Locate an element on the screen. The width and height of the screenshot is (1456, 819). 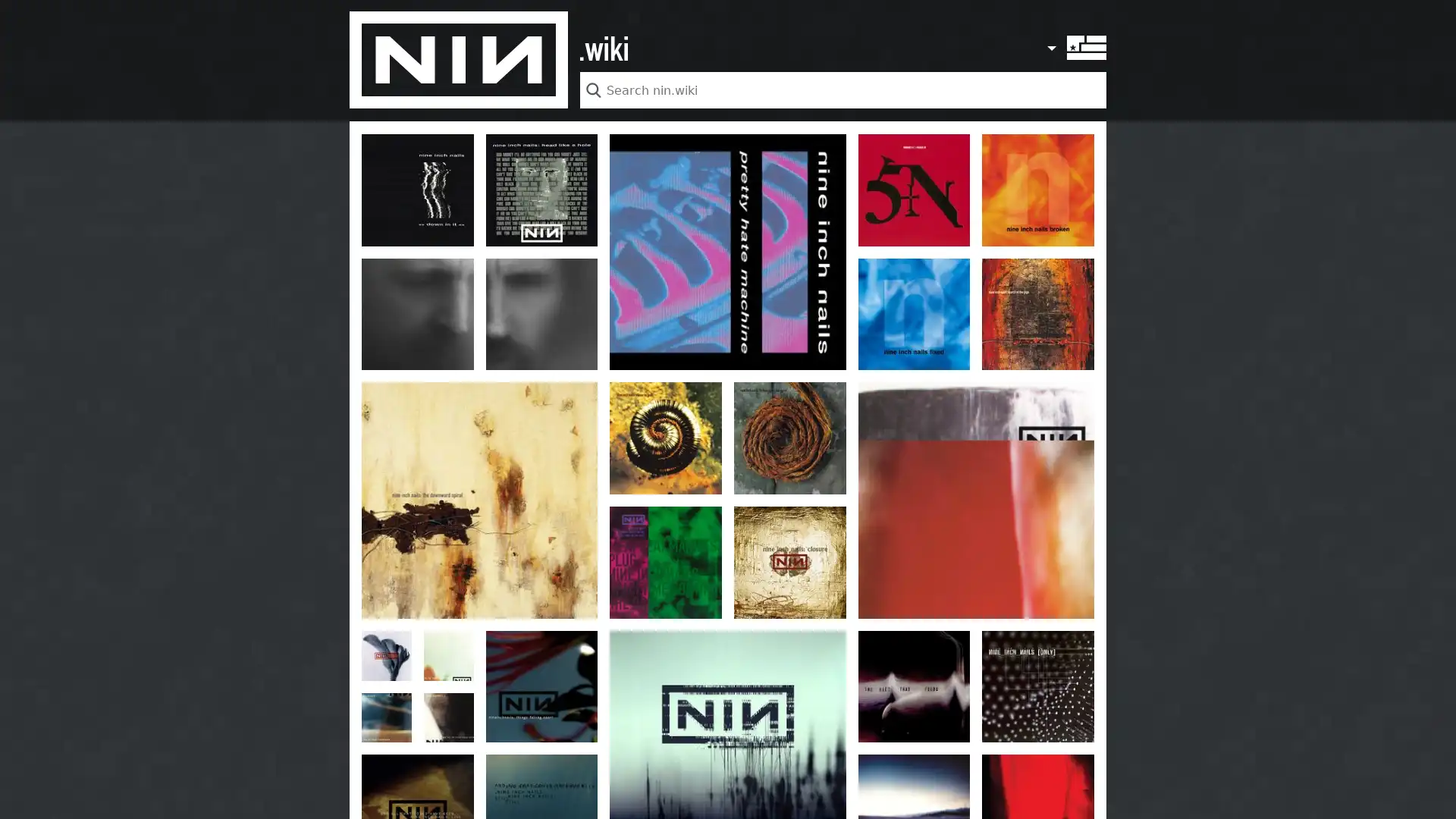
User menu is located at coordinates (1050, 39).